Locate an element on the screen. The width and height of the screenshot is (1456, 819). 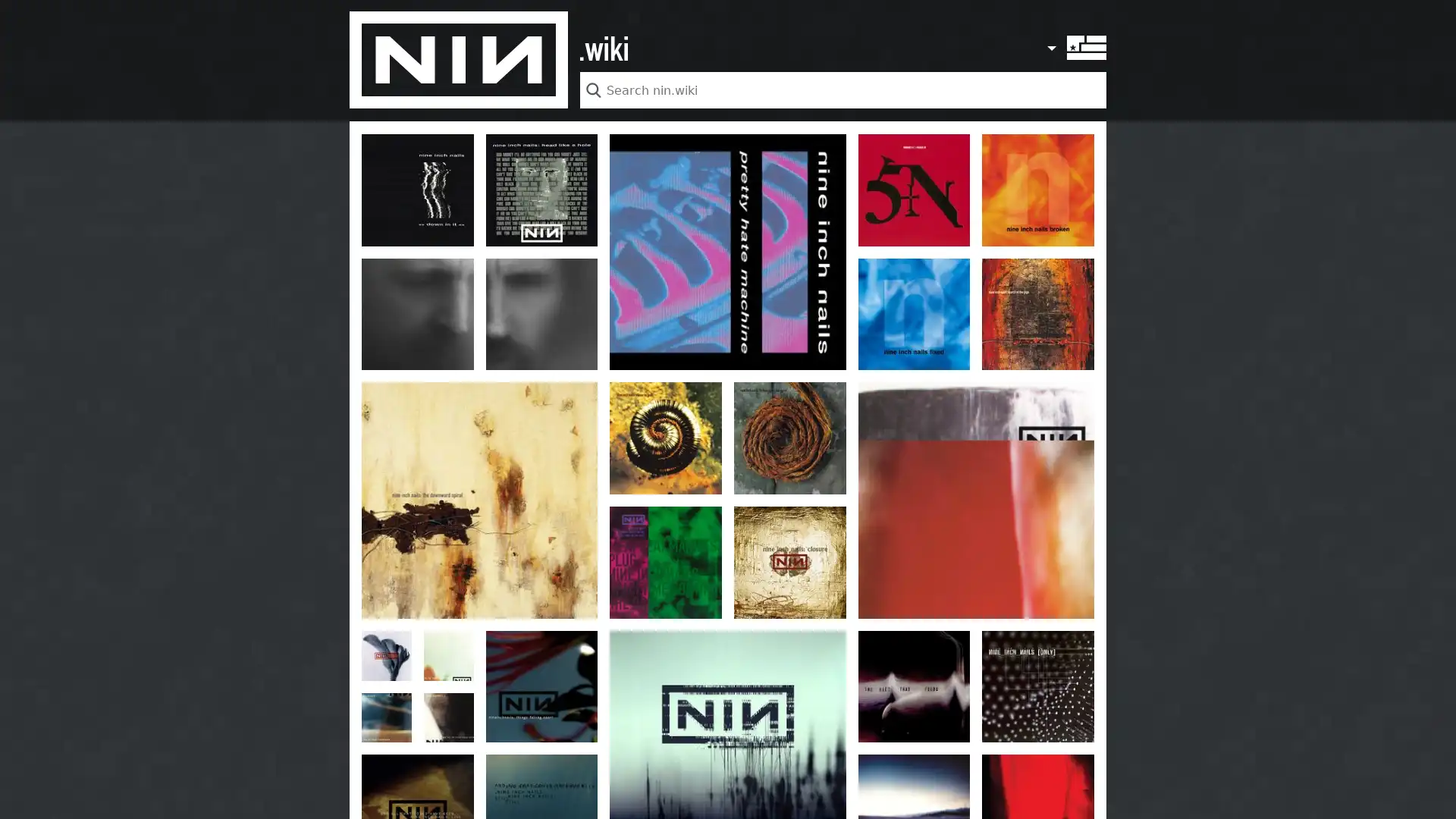
User menu is located at coordinates (1050, 39).